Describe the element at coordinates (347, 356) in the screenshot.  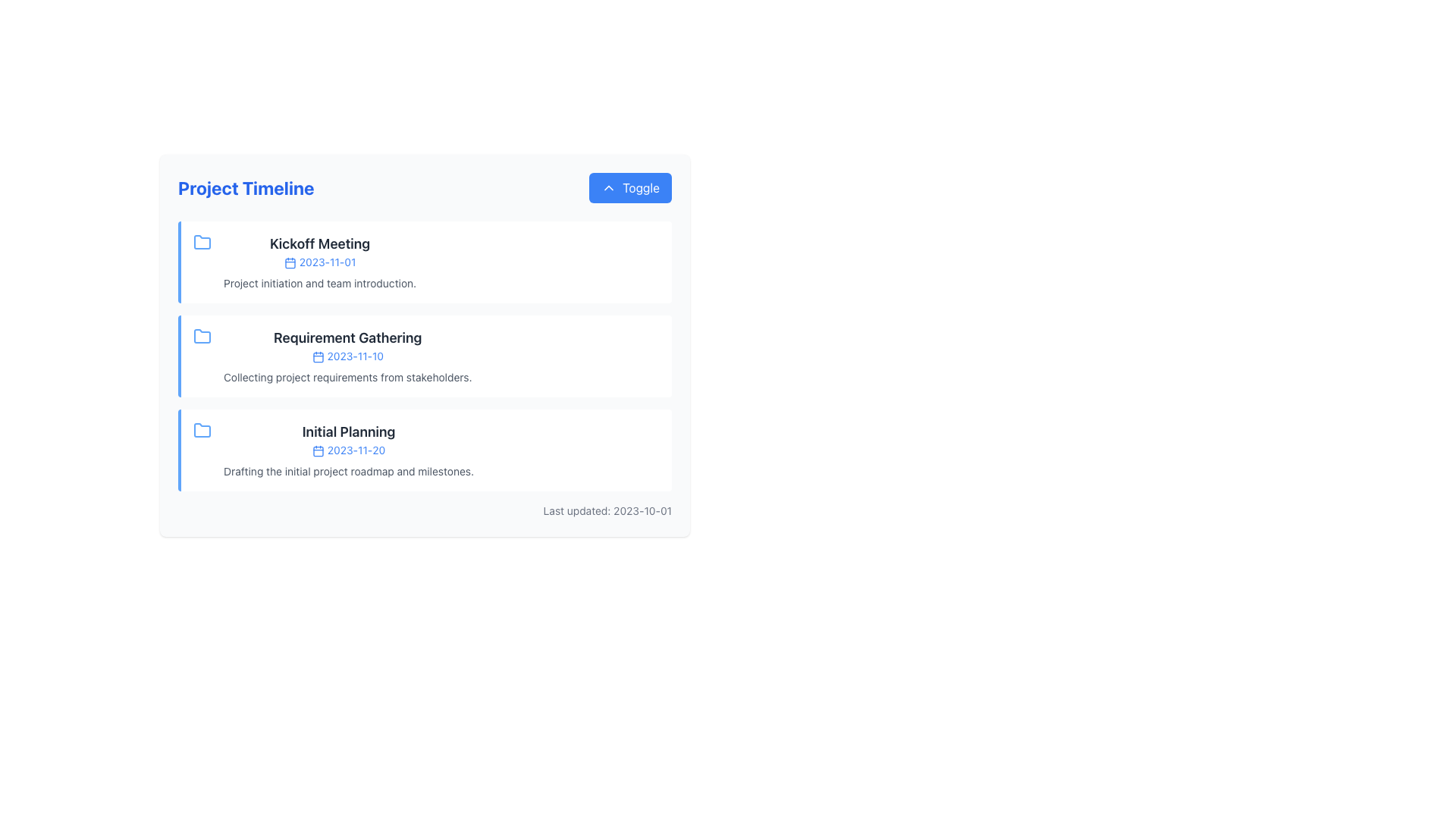
I see `the inline text displaying the date '2023-11-10' within the 'Requirement Gathering' section` at that location.